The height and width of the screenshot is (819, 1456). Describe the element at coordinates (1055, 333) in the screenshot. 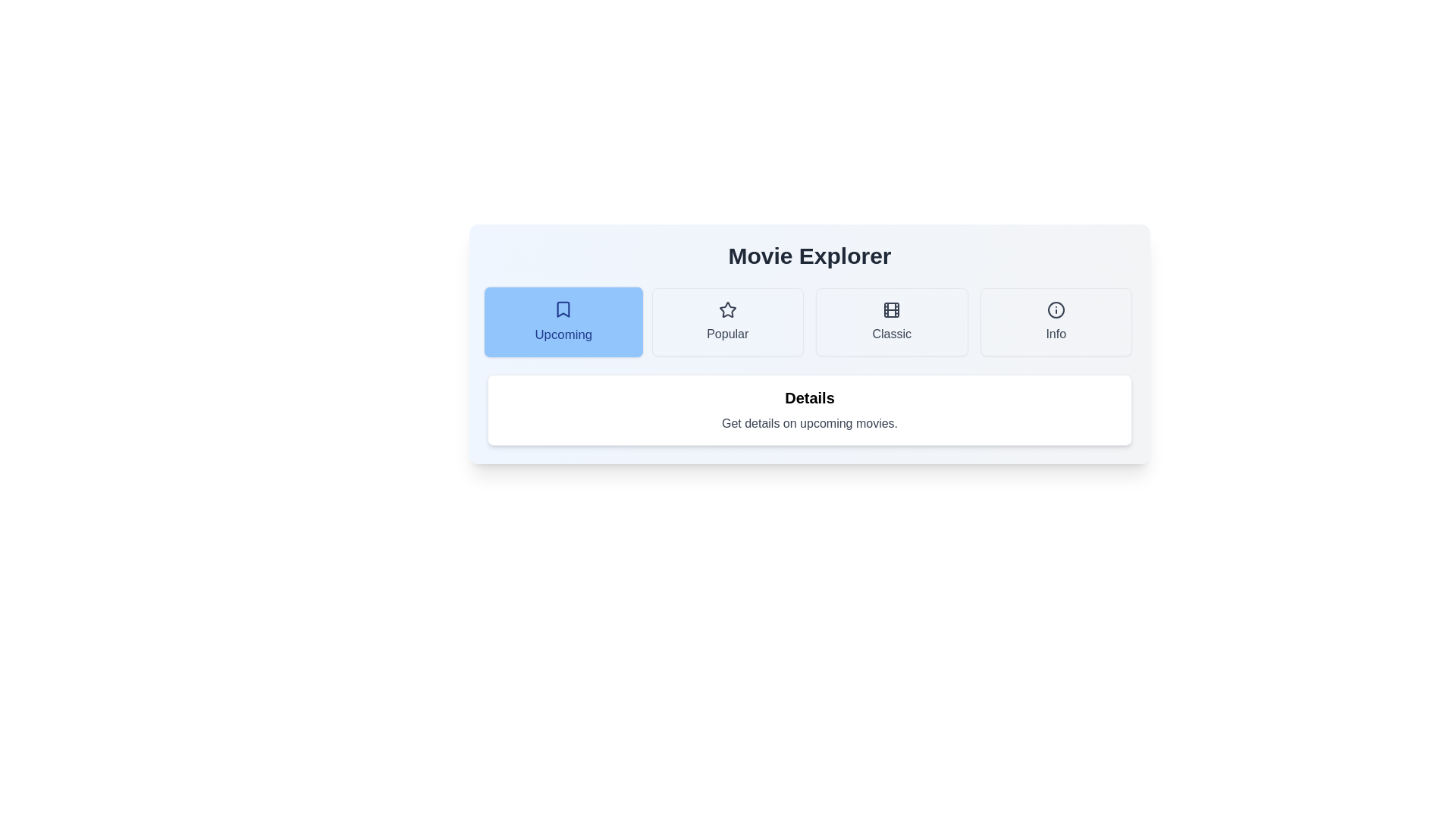

I see `'Info' text label, which is styled in dark color and located beneath an information icon, for accessibility information` at that location.